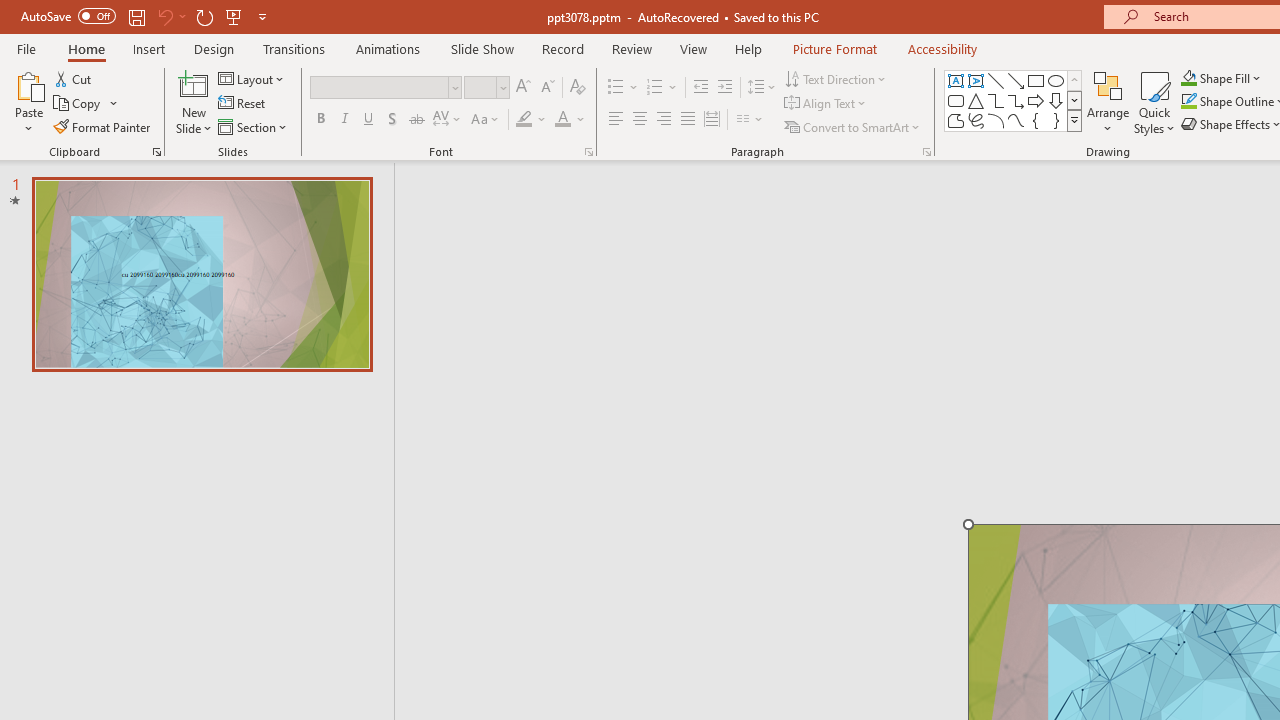 The height and width of the screenshot is (720, 1280). What do you see at coordinates (1189, 101) in the screenshot?
I see `'Shape Outline Green, Accent 1'` at bounding box center [1189, 101].